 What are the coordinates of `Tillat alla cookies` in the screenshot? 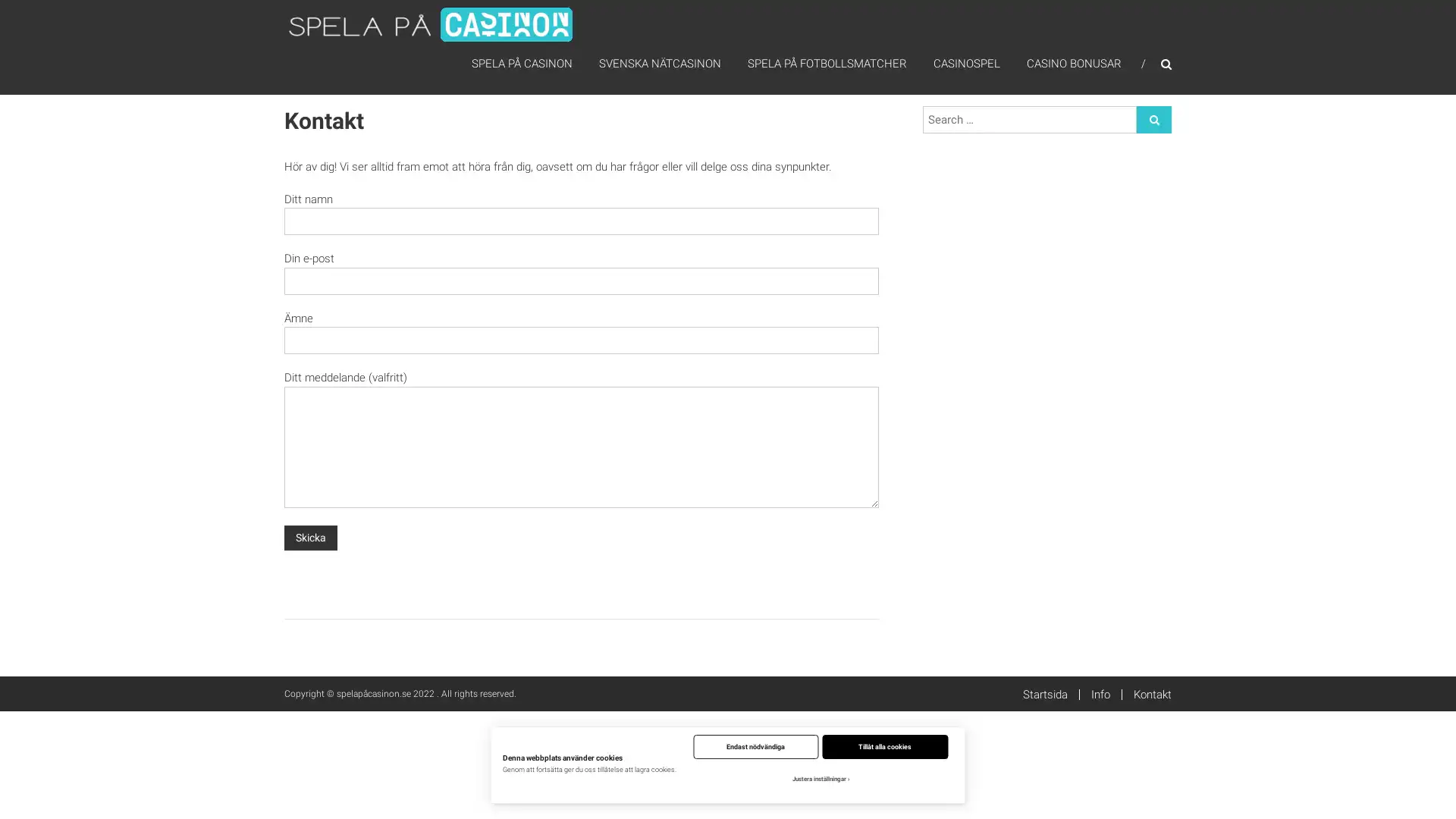 It's located at (884, 745).